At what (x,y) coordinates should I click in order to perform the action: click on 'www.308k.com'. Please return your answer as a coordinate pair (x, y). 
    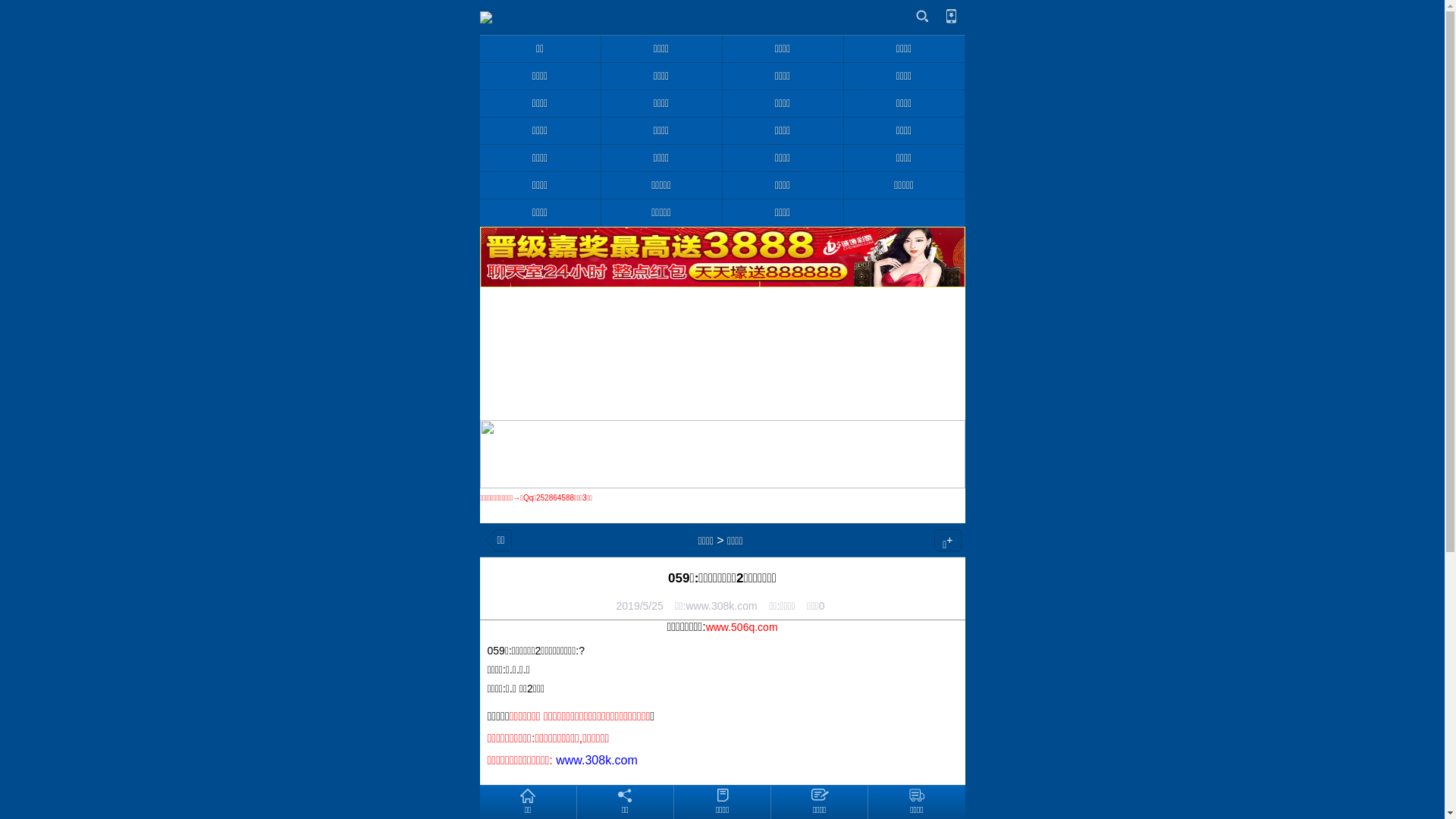
    Looking at the image, I should click on (596, 760).